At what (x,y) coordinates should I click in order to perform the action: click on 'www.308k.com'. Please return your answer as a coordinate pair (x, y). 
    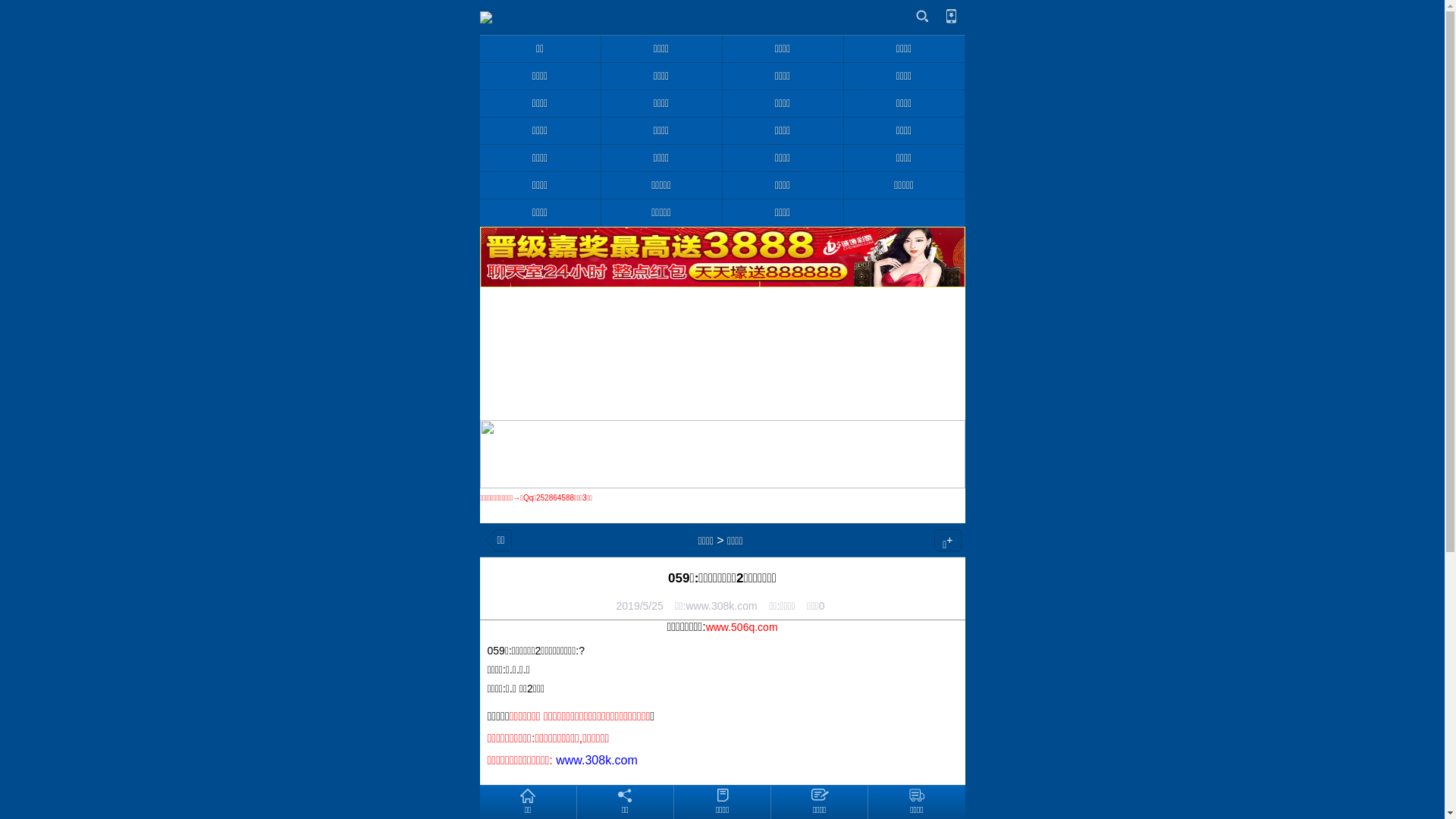
    Looking at the image, I should click on (596, 760).